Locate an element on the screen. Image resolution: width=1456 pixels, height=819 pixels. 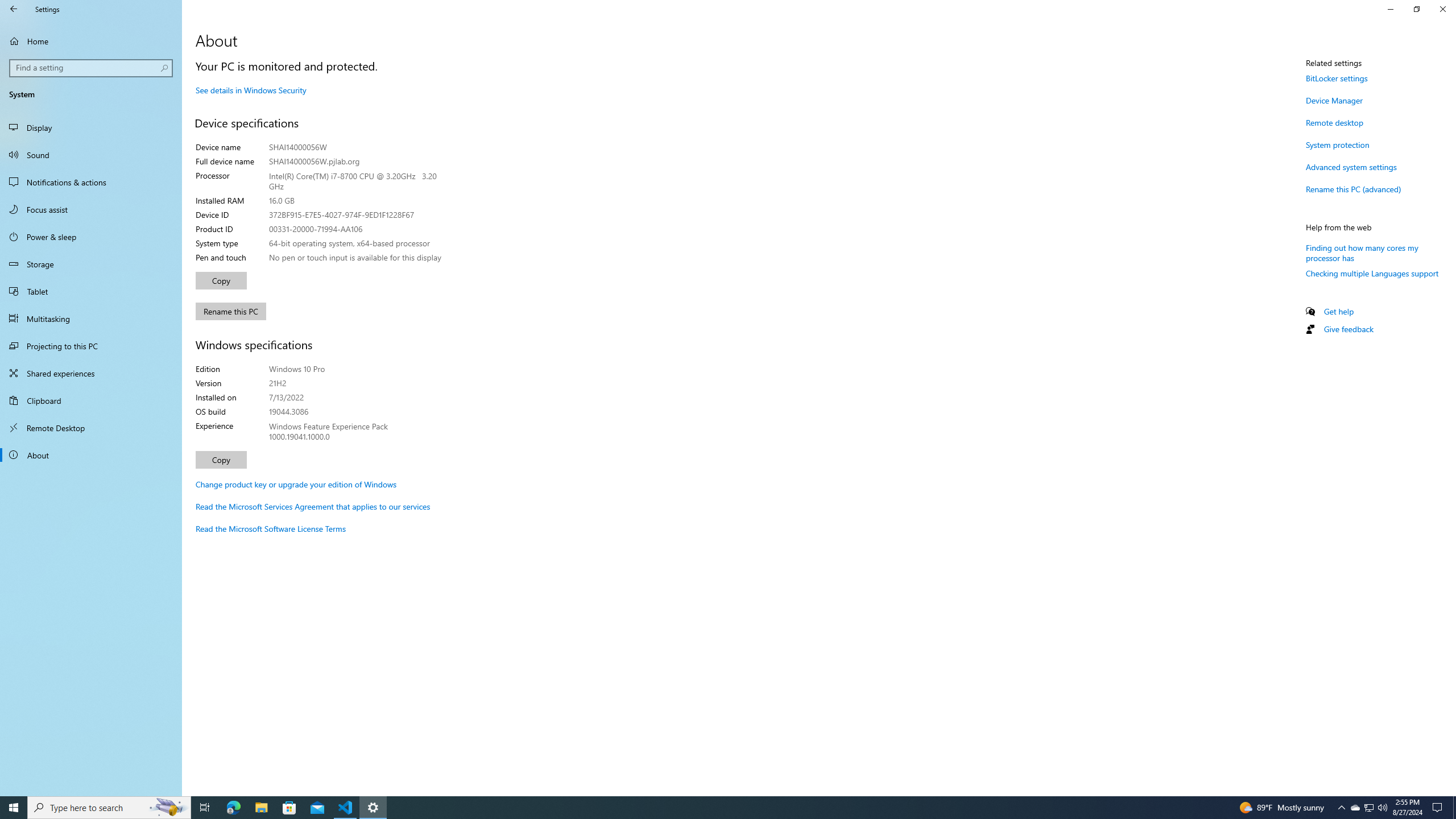
'Close Settings' is located at coordinates (1442, 9).